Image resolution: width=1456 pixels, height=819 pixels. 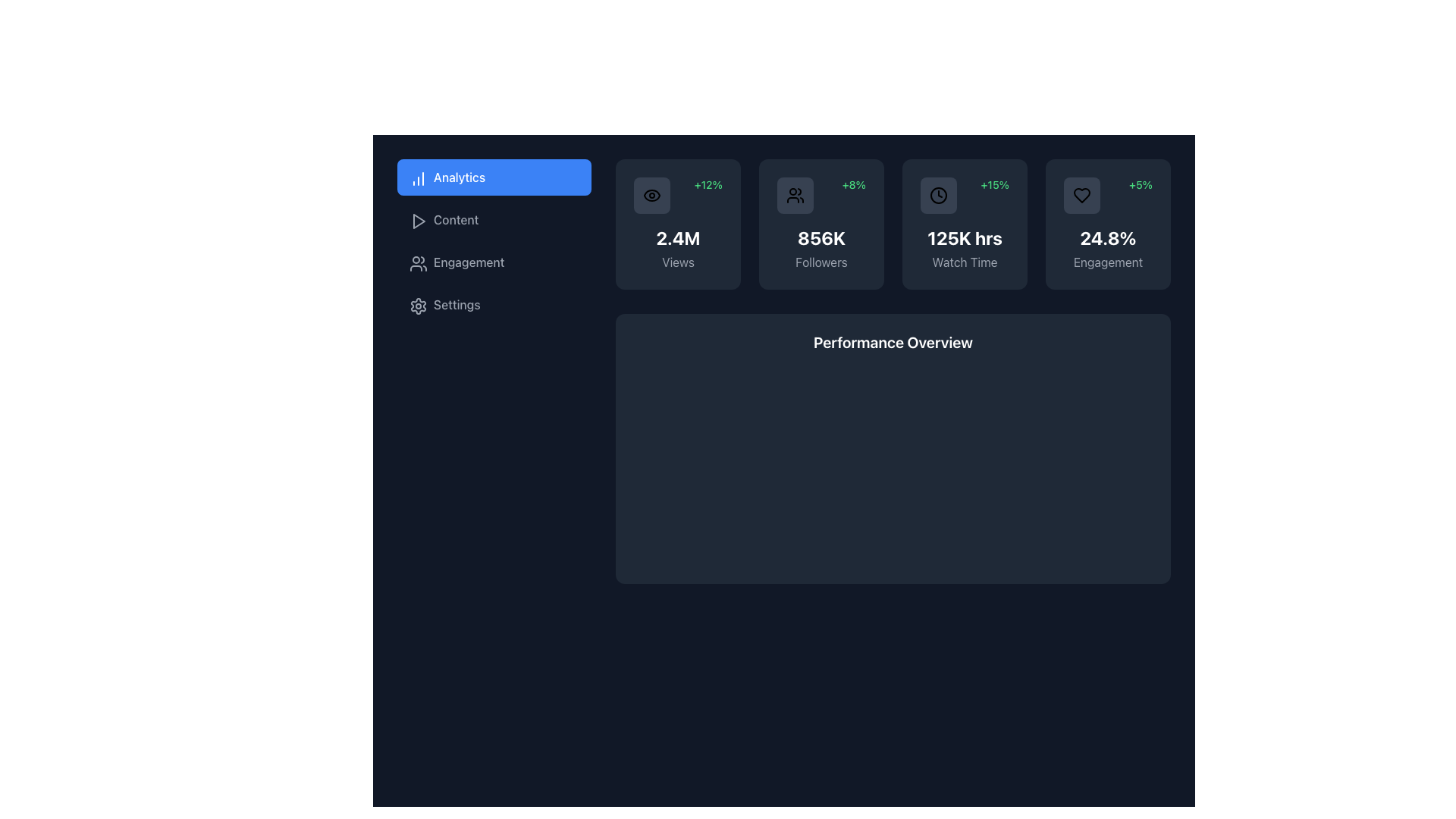 I want to click on the Text Display that shows the number of views (2.4 million) in the Analytics section, so click(x=677, y=237).